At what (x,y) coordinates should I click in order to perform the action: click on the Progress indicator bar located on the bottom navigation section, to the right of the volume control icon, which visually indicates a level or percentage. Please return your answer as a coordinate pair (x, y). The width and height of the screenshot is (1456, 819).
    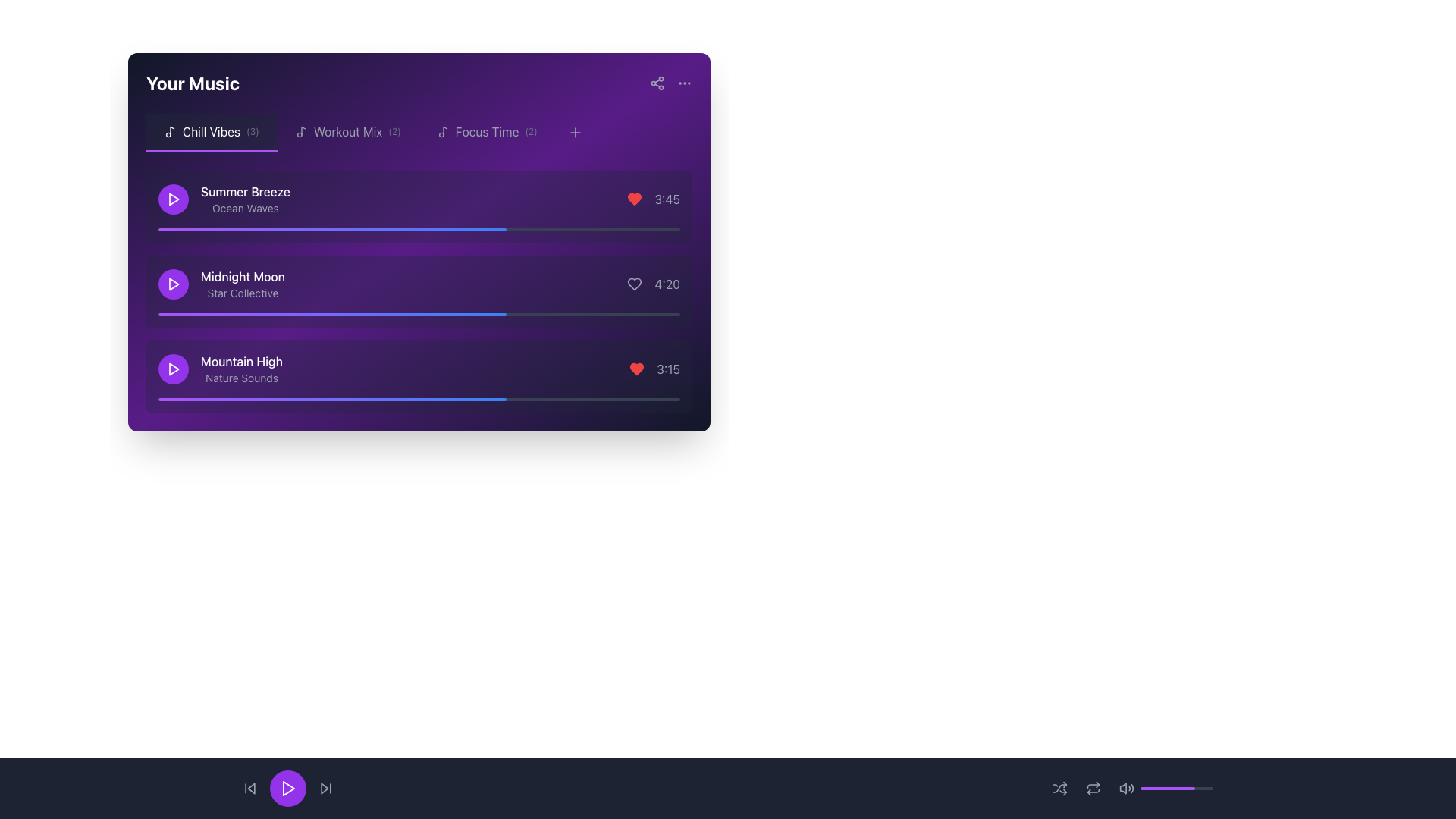
    Looking at the image, I should click on (1175, 788).